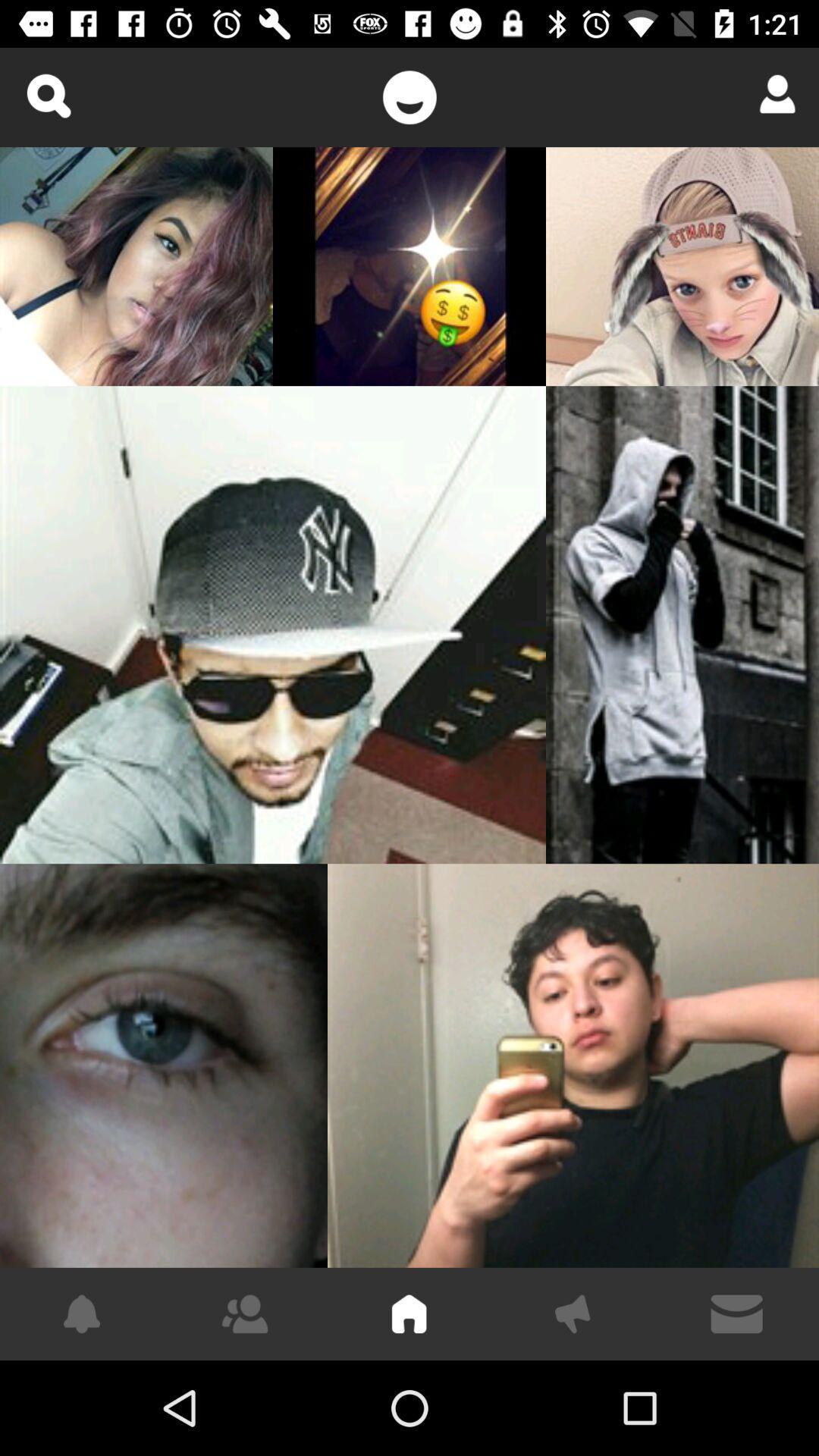 The image size is (819, 1456). I want to click on the item at the center, so click(271, 625).